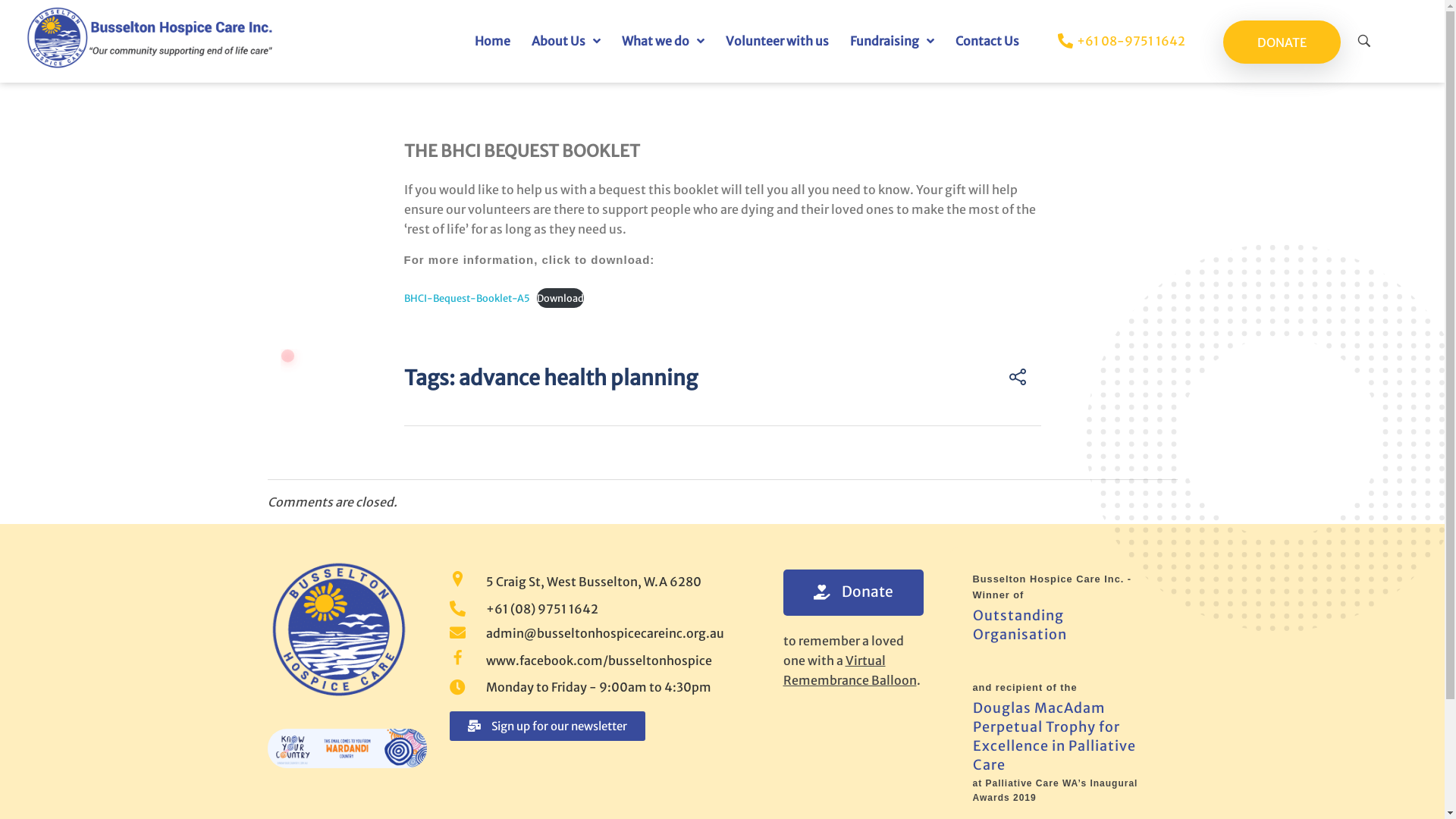 The width and height of the screenshot is (1456, 819). Describe the element at coordinates (663, 40) in the screenshot. I see `'What we do'` at that location.